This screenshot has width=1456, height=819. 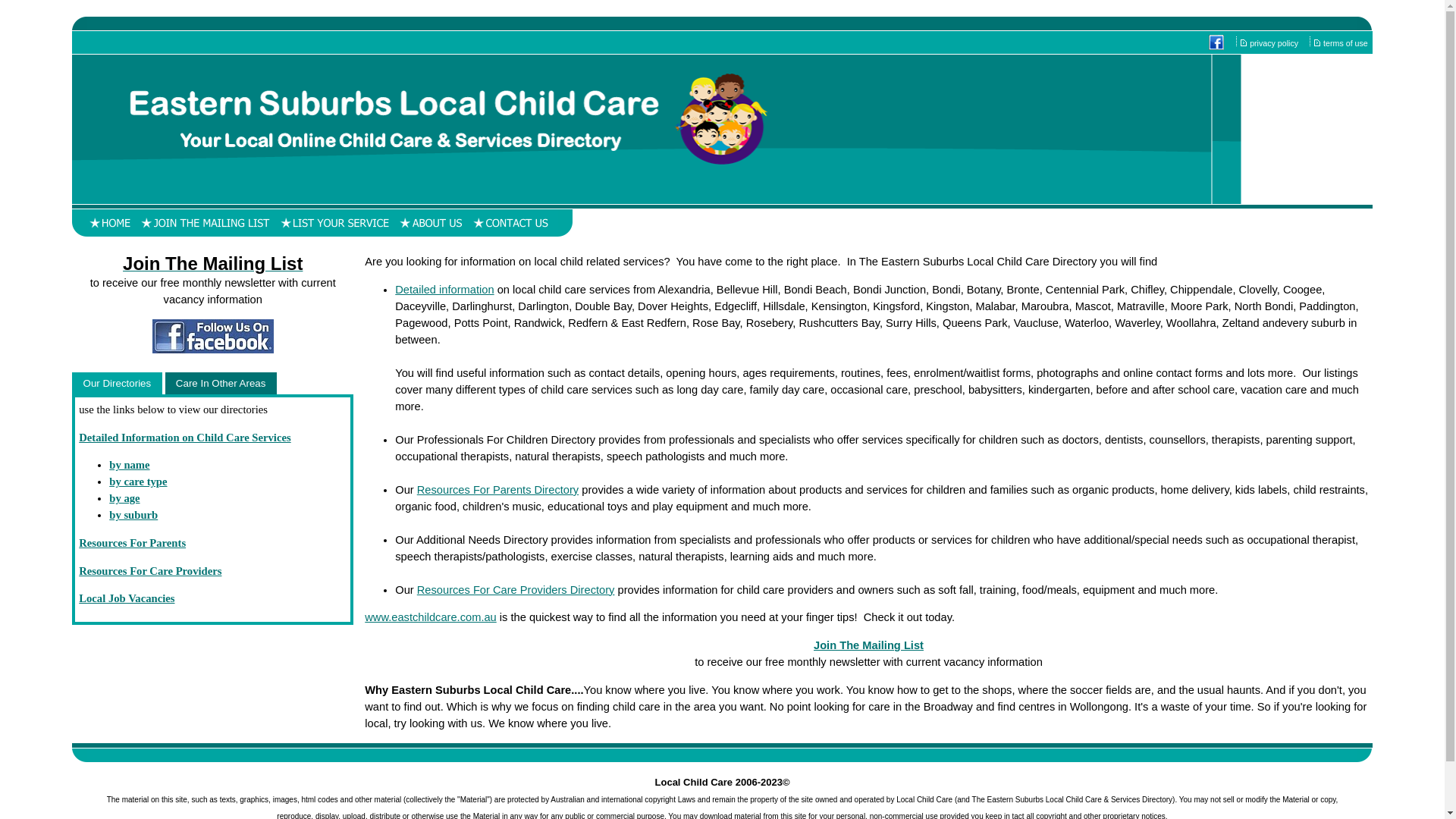 What do you see at coordinates (124, 497) in the screenshot?
I see `'by age'` at bounding box center [124, 497].